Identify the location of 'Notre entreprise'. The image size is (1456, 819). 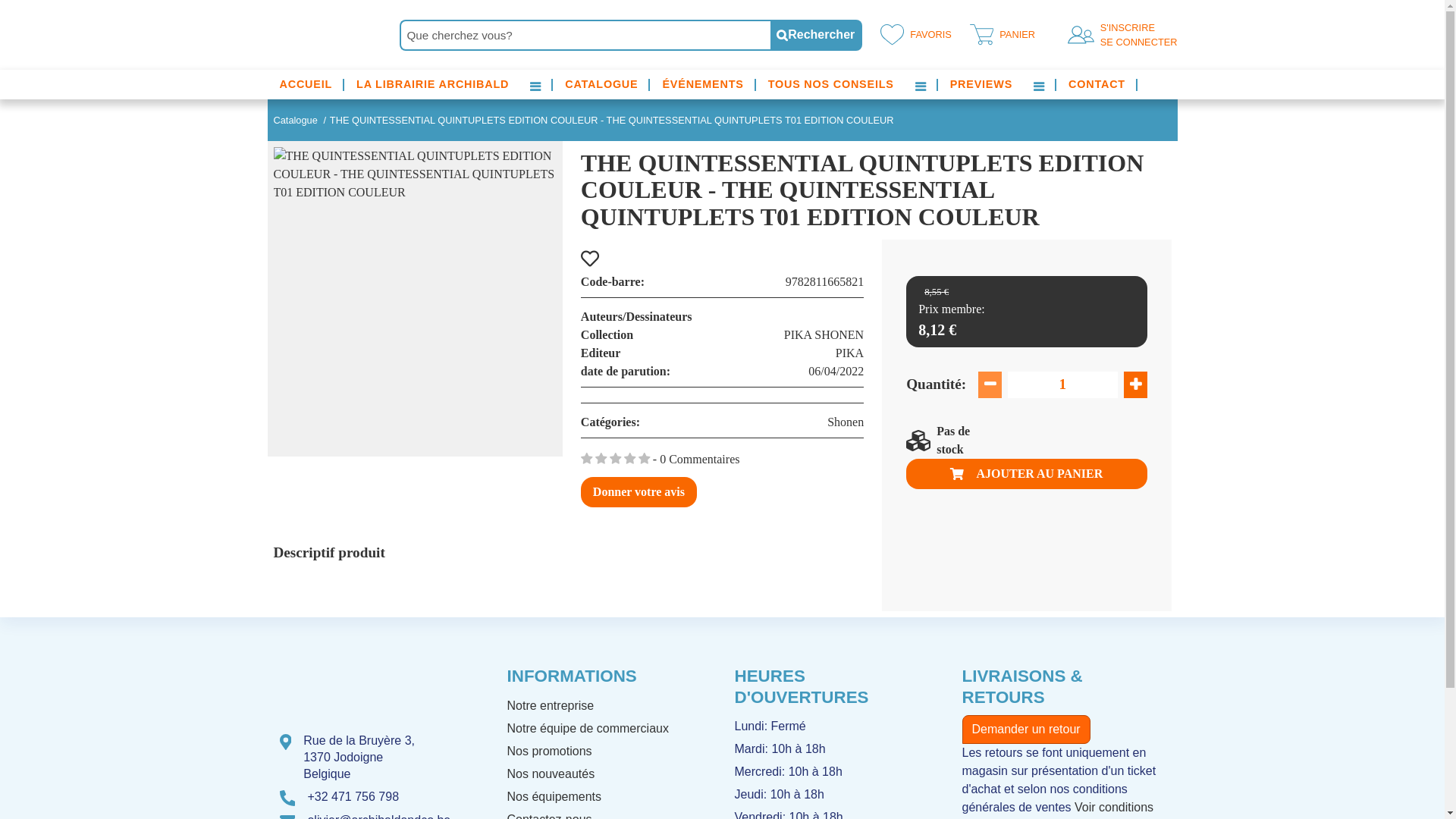
(549, 705).